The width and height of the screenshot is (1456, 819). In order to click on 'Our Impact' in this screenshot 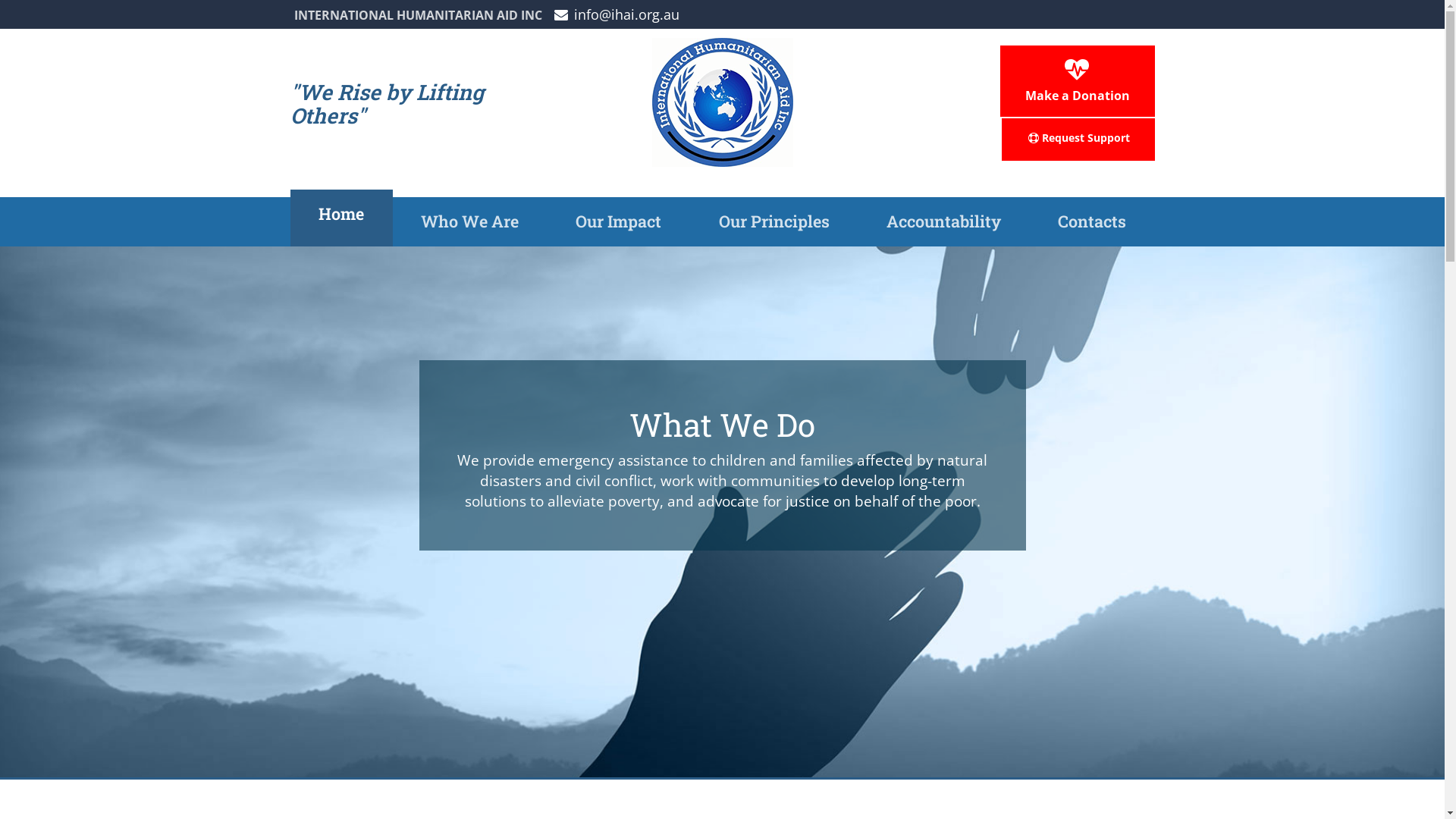, I will do `click(14, 172)`.